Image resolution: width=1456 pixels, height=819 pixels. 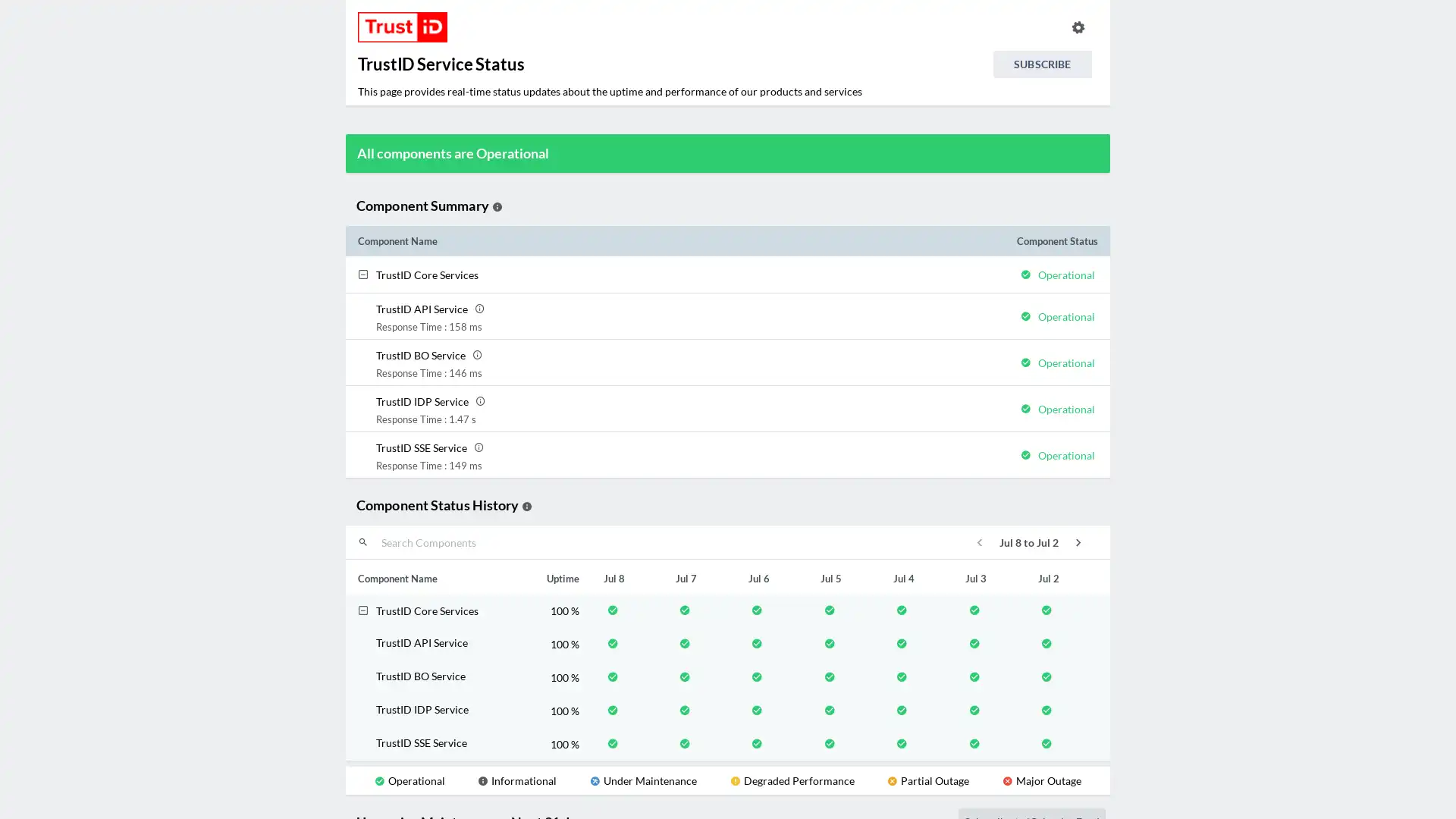 What do you see at coordinates (728, 742) in the screenshot?
I see `TrustID SSE Service 100 %` at bounding box center [728, 742].